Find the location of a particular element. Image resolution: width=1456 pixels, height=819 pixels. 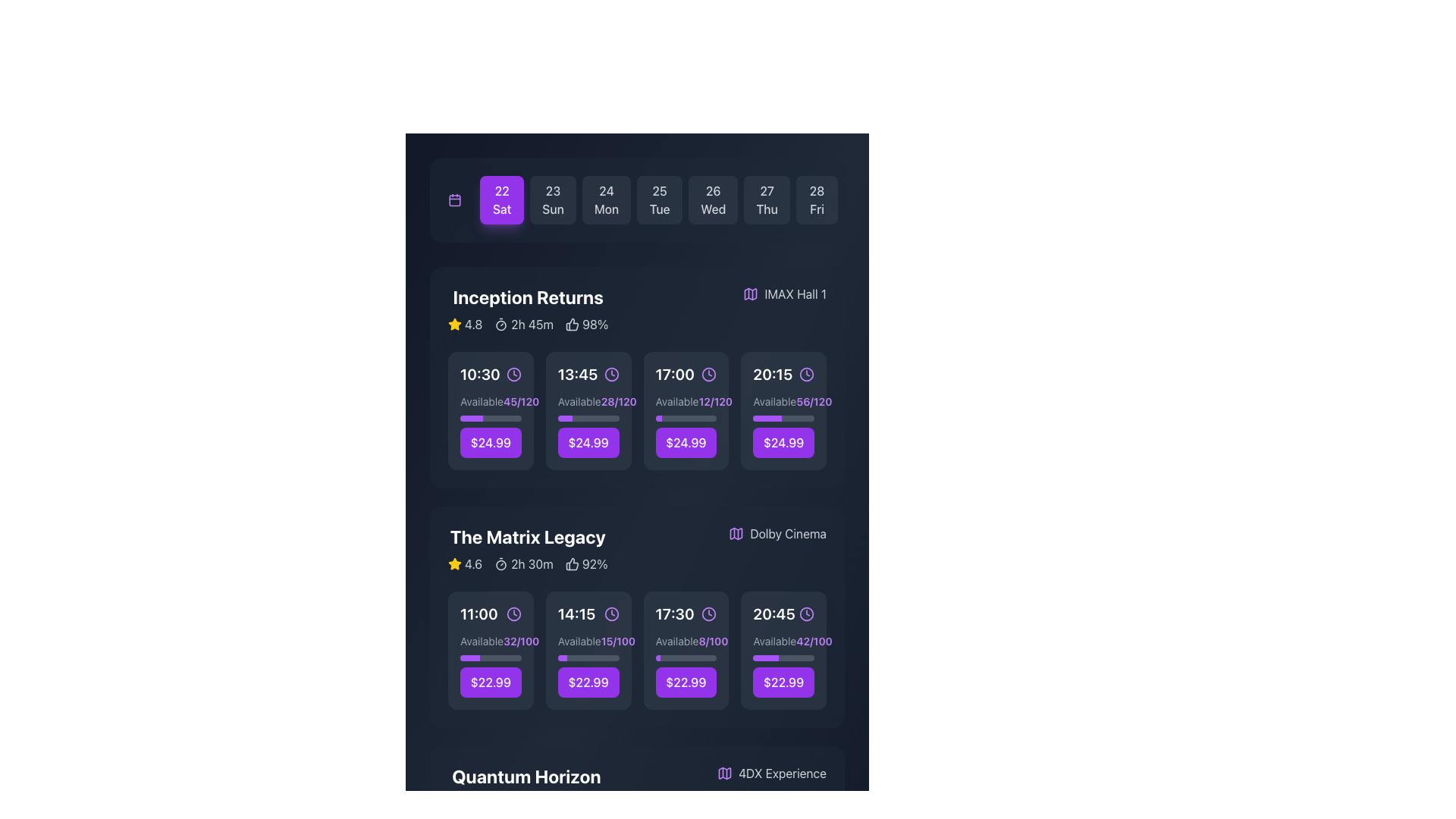

the interactive card displaying movie showtime details located at the far right of the 'Inception Returns' section is located at coordinates (783, 411).